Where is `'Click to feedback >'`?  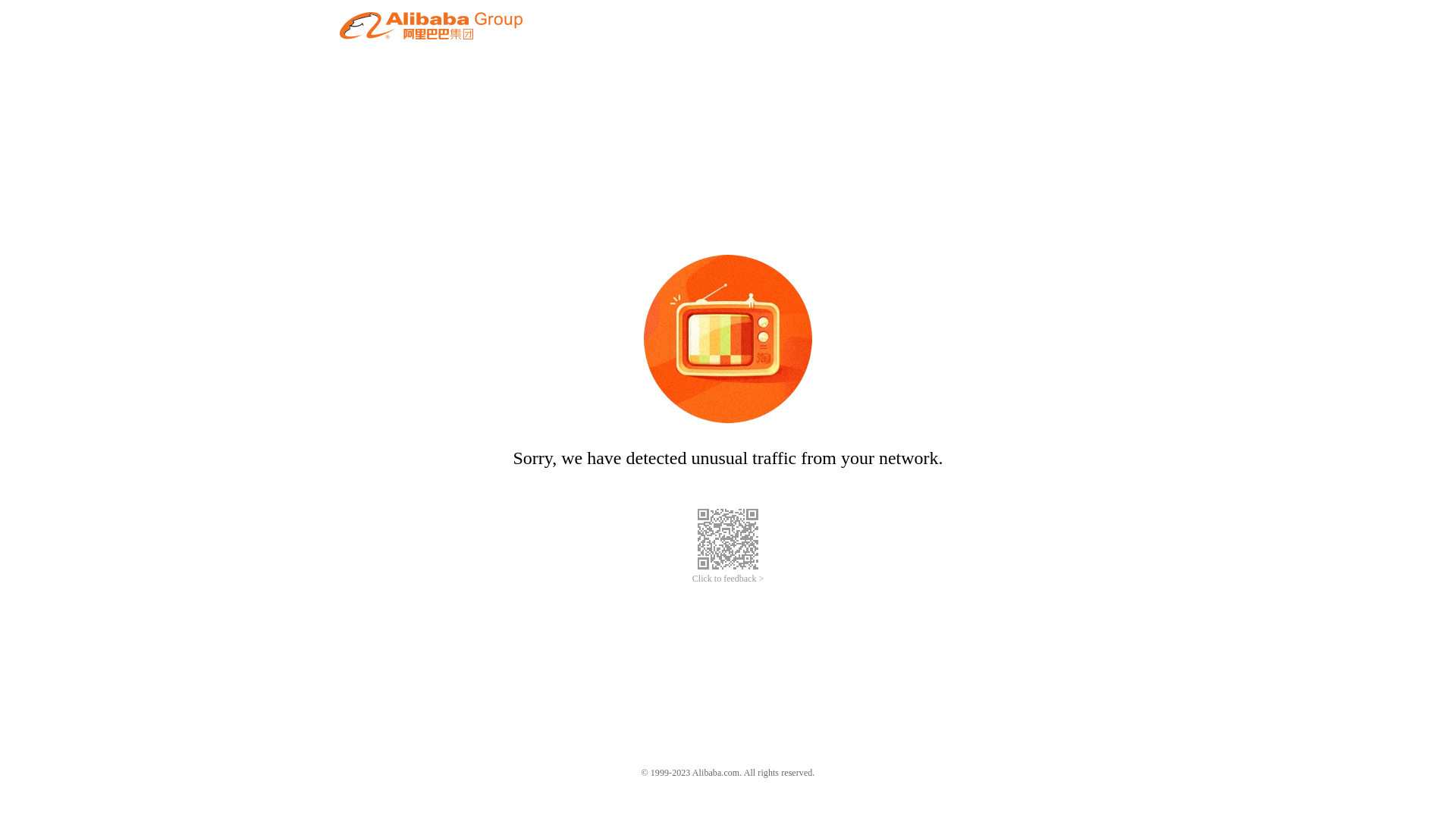
'Click to feedback >' is located at coordinates (728, 579).